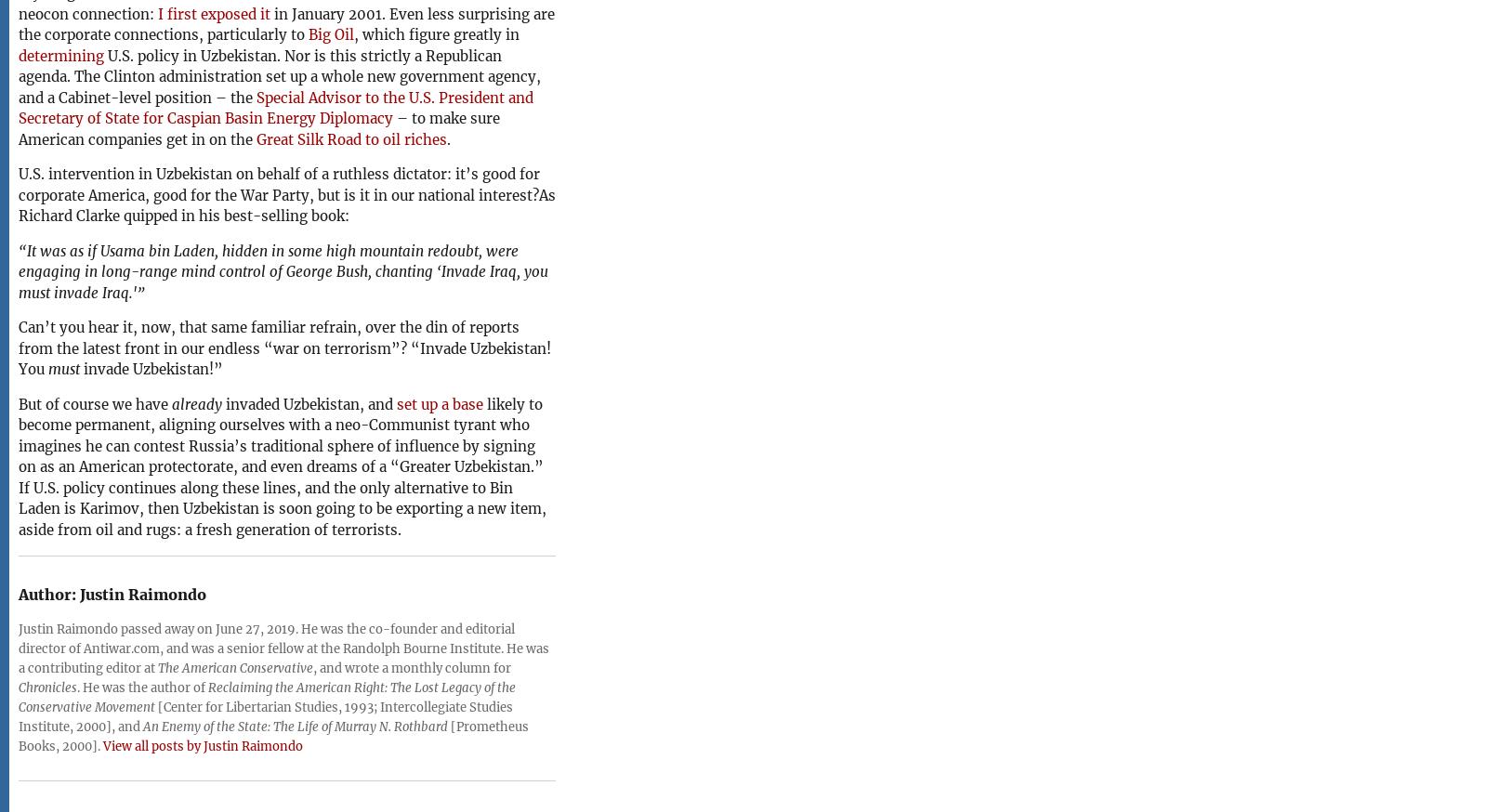 This screenshot has width=1487, height=812. What do you see at coordinates (275, 107) in the screenshot?
I see `'Special Advisor to the U.S. President and Secretary of State for Caspian Basin Energy Diplomacy'` at bounding box center [275, 107].